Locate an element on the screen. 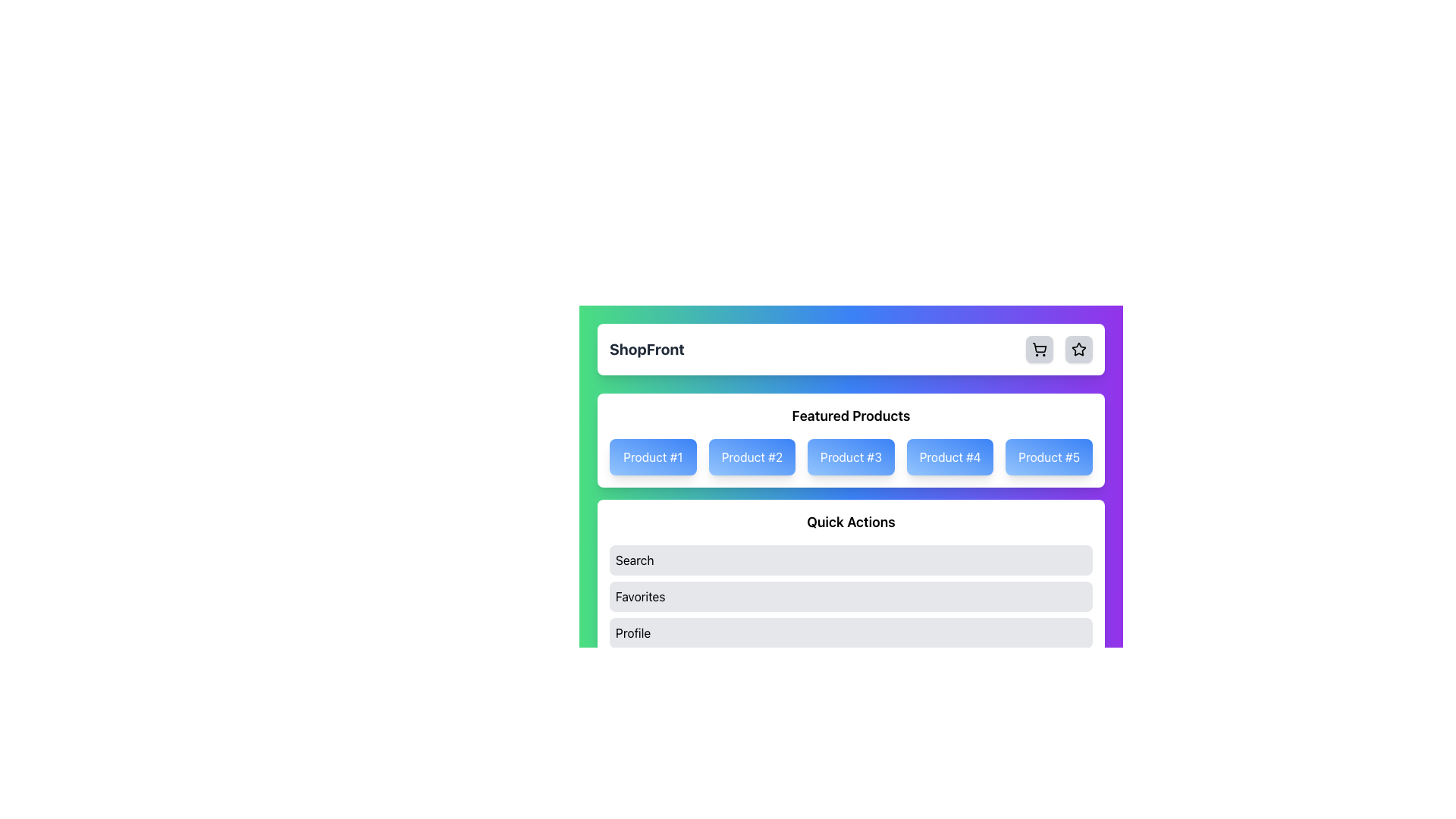 The image size is (1456, 819). the 'Quick Actions' header text that categorizes the options 'Search', 'Favorites', and 'Profile' below it is located at coordinates (851, 522).